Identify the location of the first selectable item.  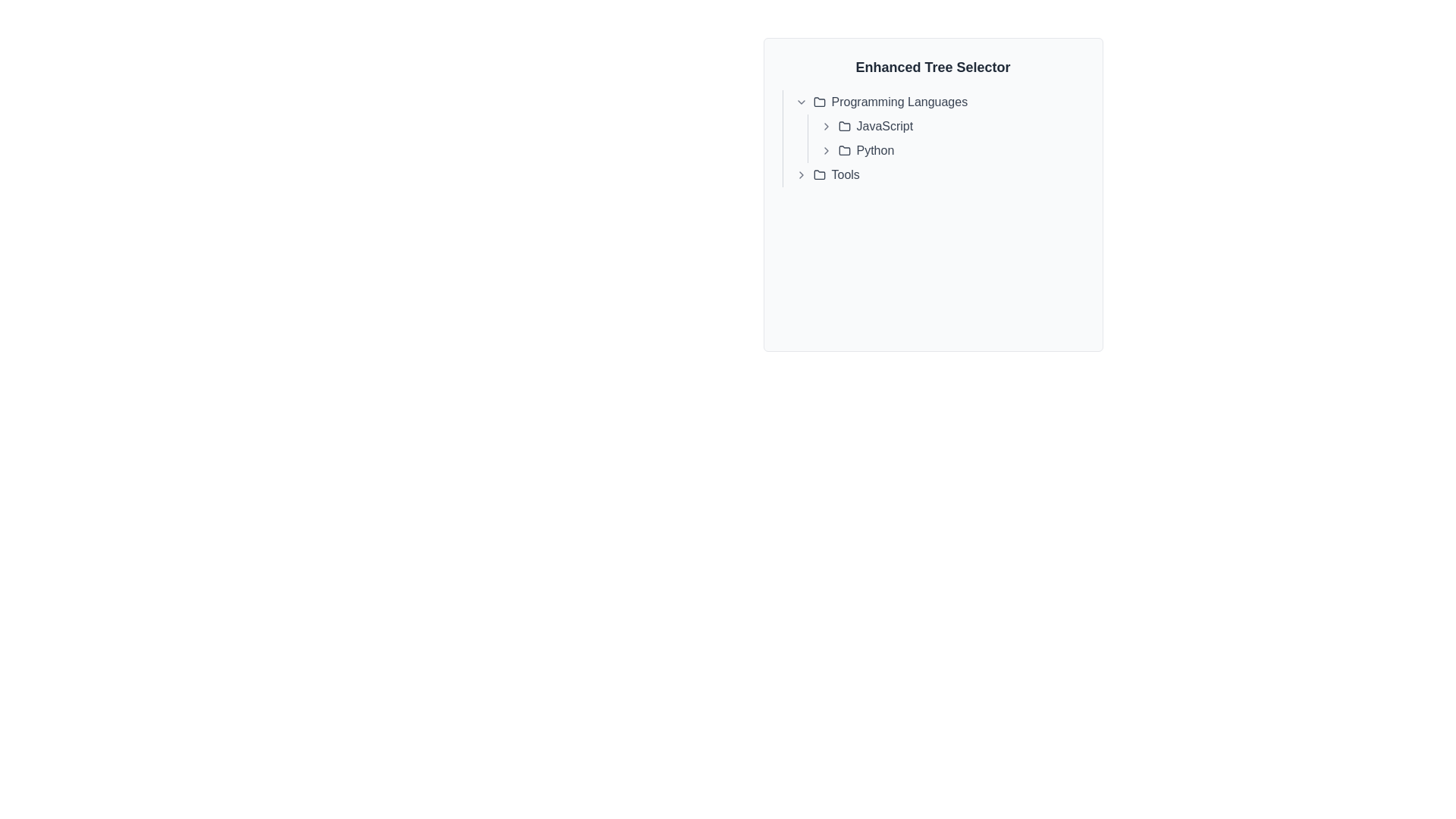
(951, 125).